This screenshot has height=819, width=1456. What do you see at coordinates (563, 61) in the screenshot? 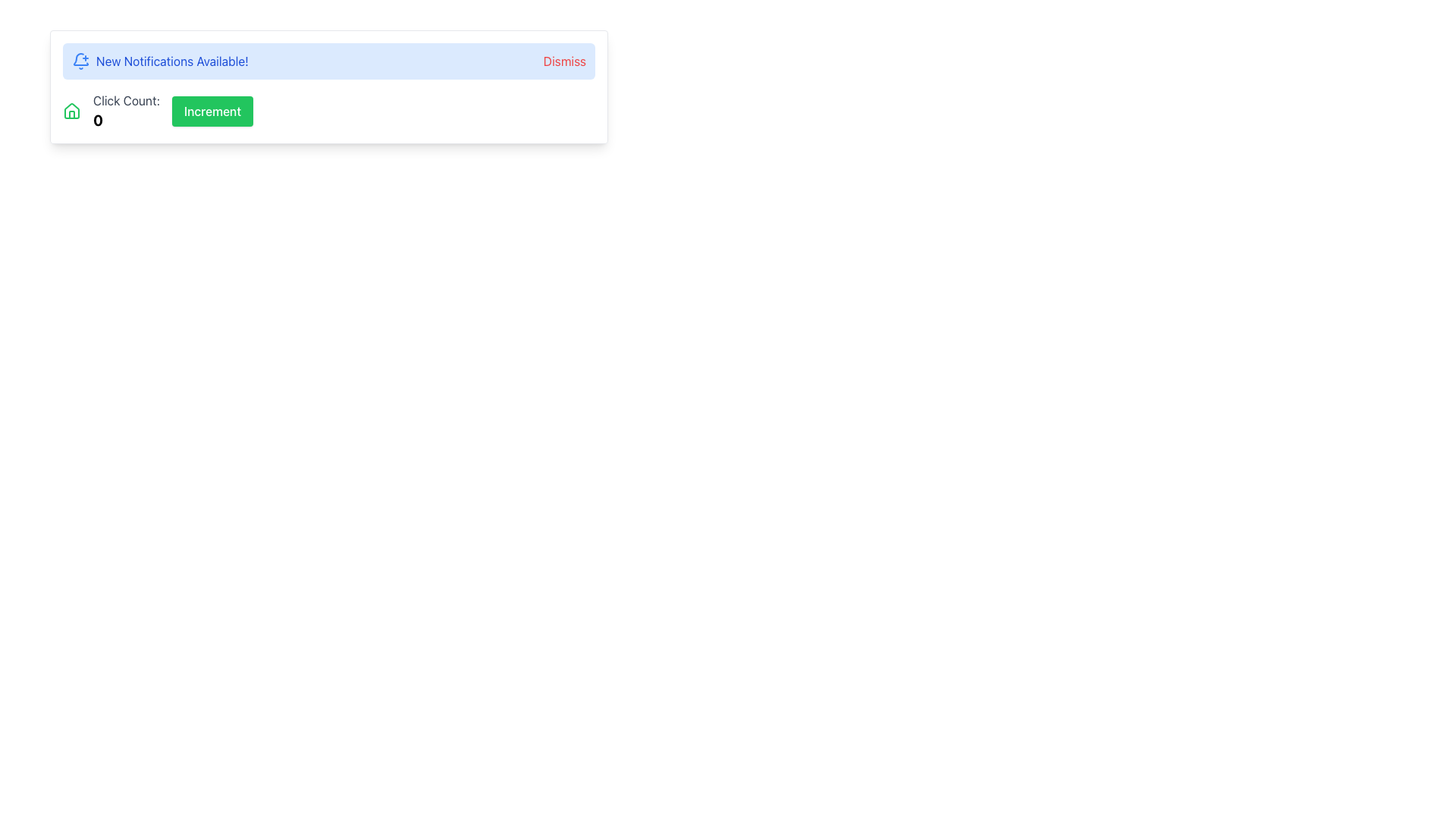
I see `the 'Dismiss' button, which is a red text label styled in bold and aligned to the right, to trigger a style change` at bounding box center [563, 61].